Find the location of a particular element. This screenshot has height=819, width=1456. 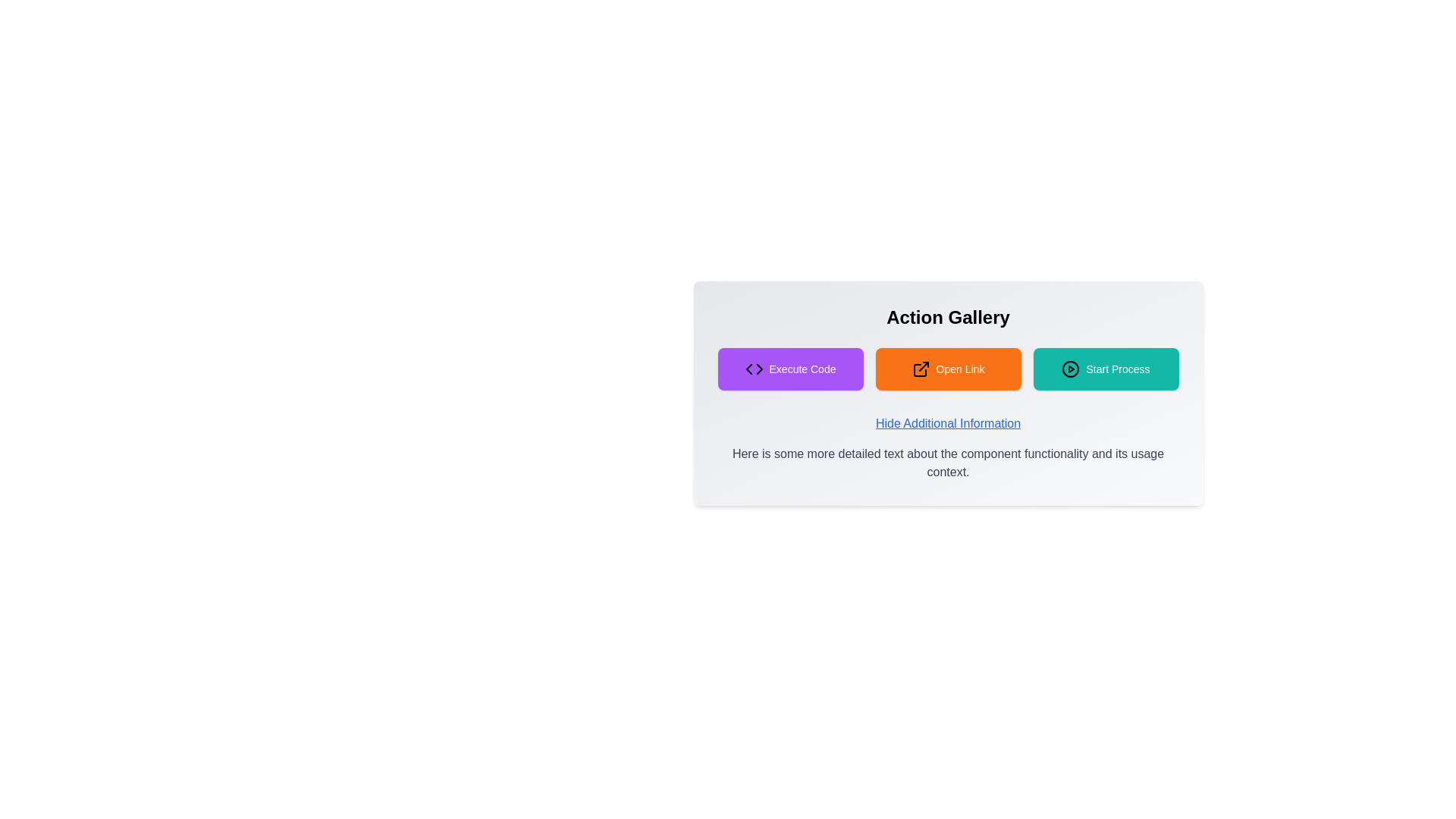

coding icon located within the 'Execute Code' button in the Action Gallery for further details is located at coordinates (754, 369).